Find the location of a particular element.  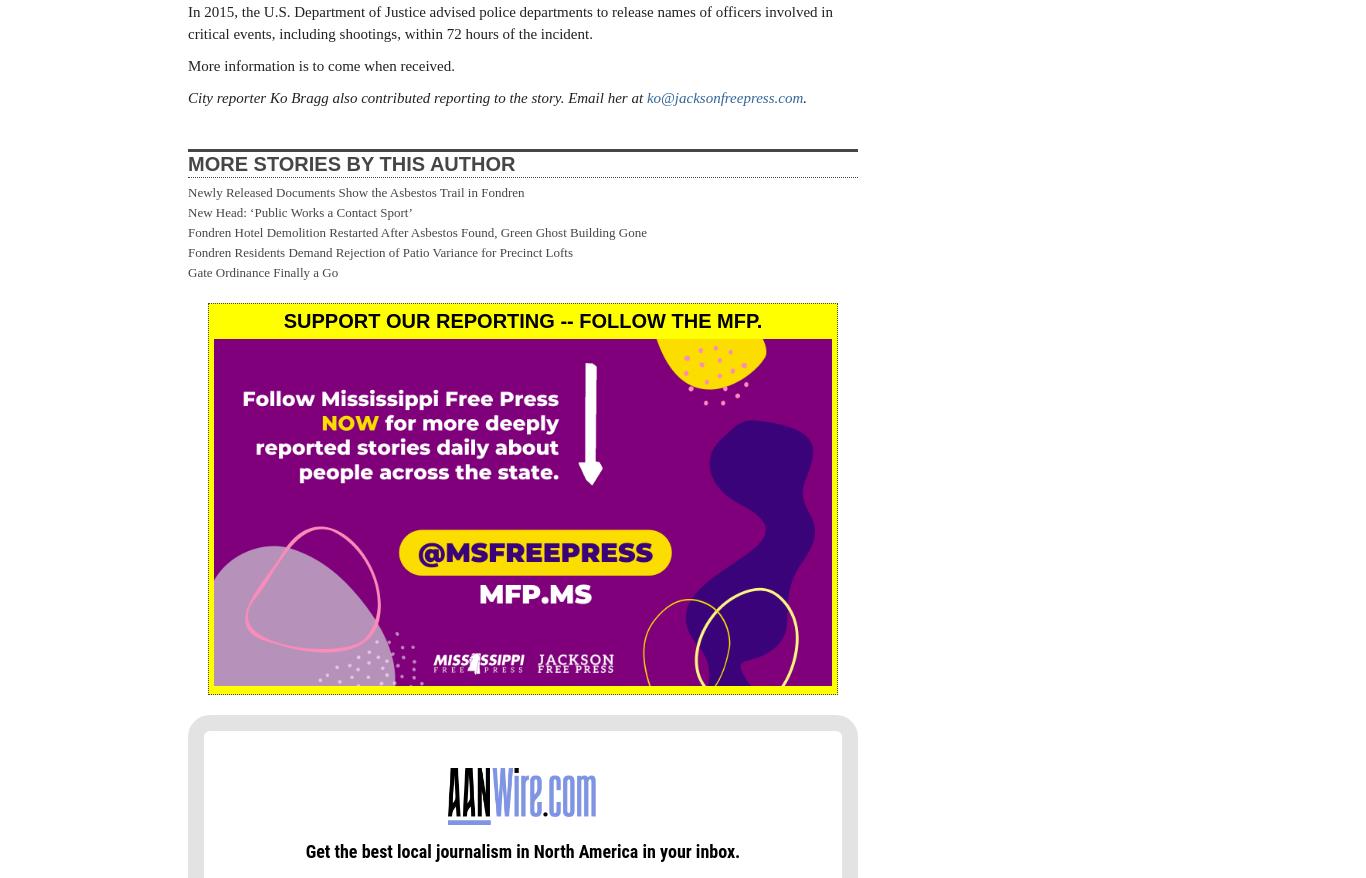

'In 2015, the U.S. Department of Justice advised police departments to release names of officers involved in critical events, including shootings, within 72 hours of the incident.' is located at coordinates (186, 21).